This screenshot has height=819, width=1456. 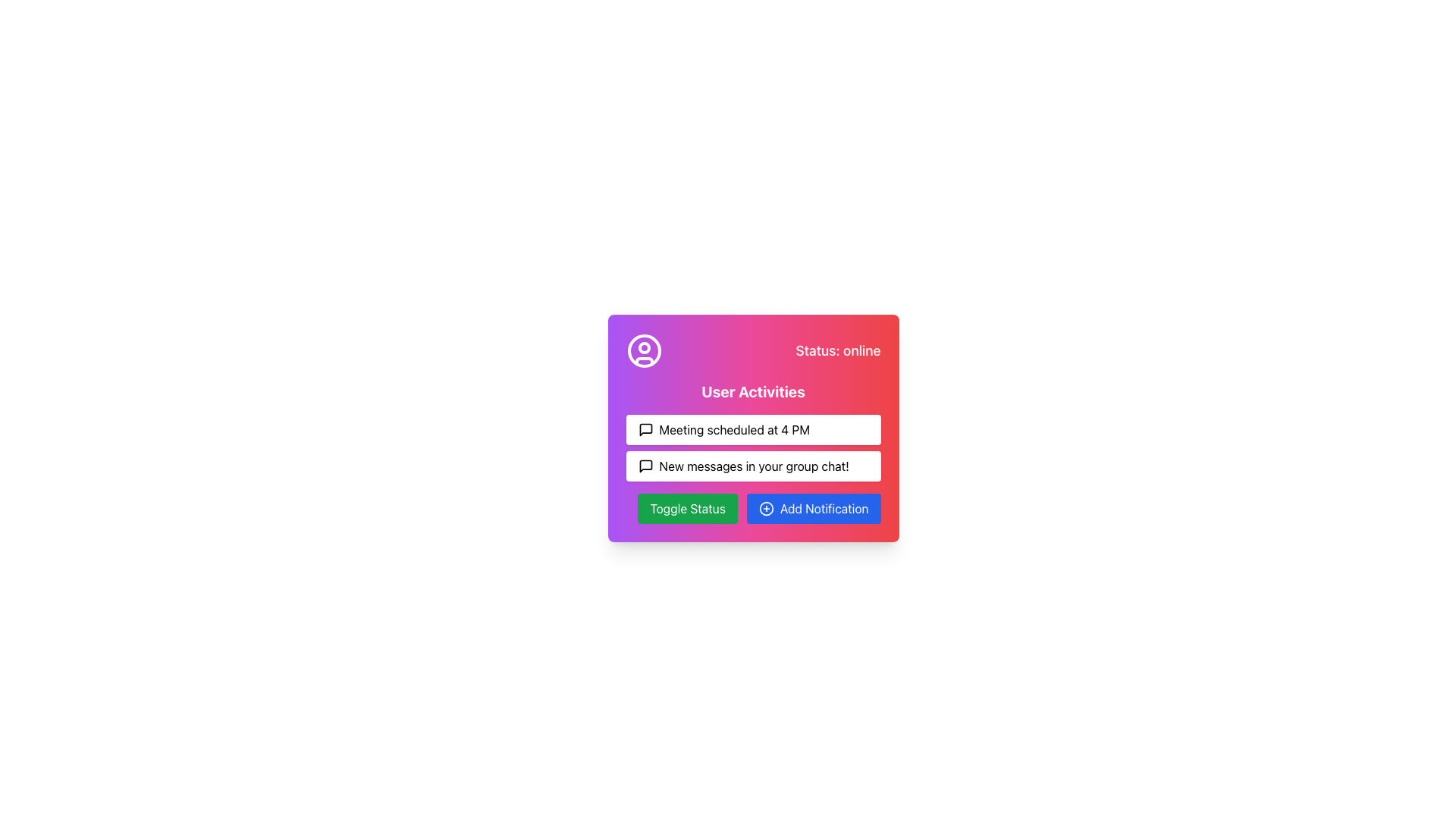 I want to click on the second notification card in the 'User Activities' section, which informs about new messages in the group chat, so click(x=753, y=465).